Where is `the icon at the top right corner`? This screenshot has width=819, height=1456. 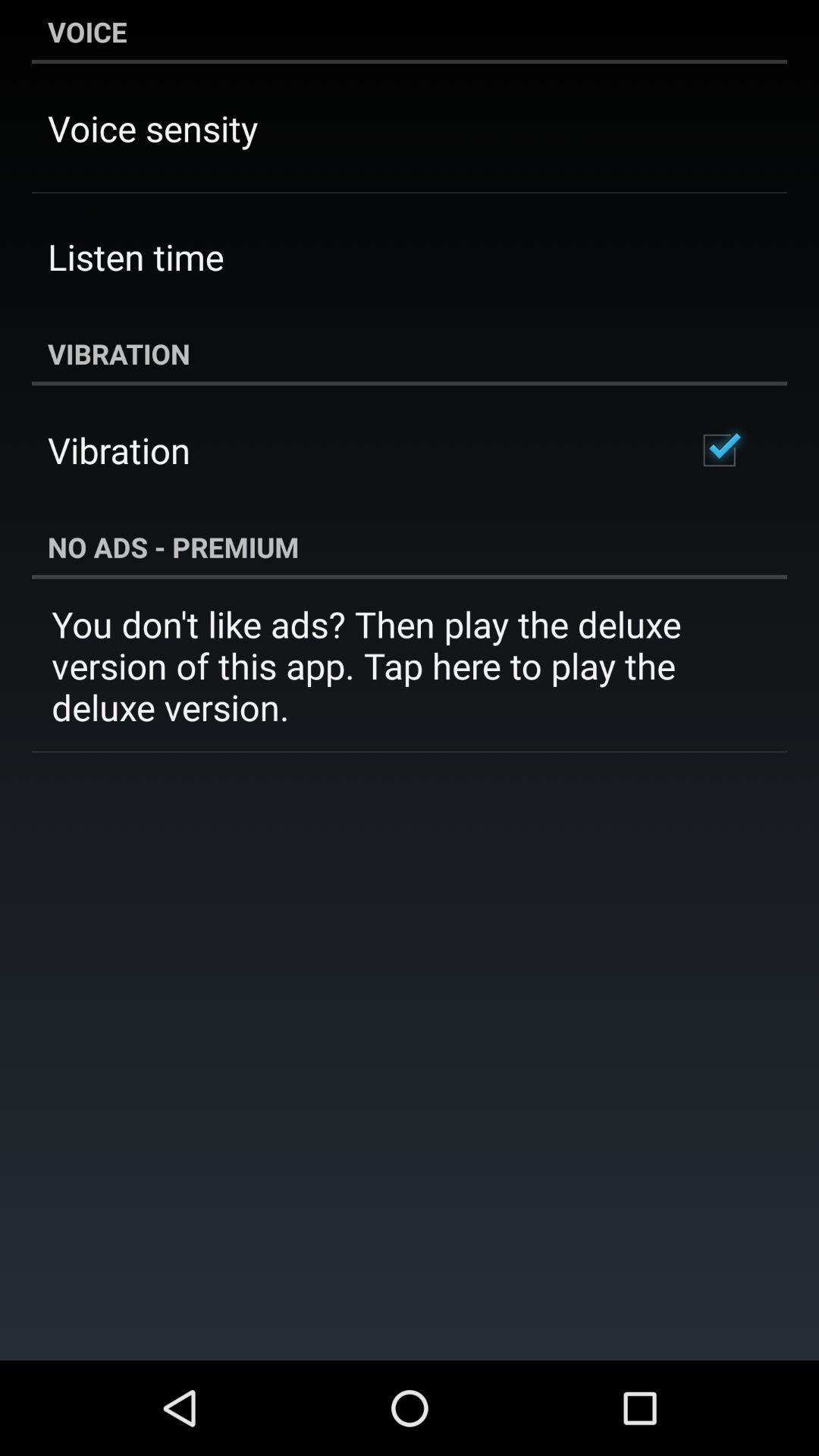 the icon at the top right corner is located at coordinates (718, 450).